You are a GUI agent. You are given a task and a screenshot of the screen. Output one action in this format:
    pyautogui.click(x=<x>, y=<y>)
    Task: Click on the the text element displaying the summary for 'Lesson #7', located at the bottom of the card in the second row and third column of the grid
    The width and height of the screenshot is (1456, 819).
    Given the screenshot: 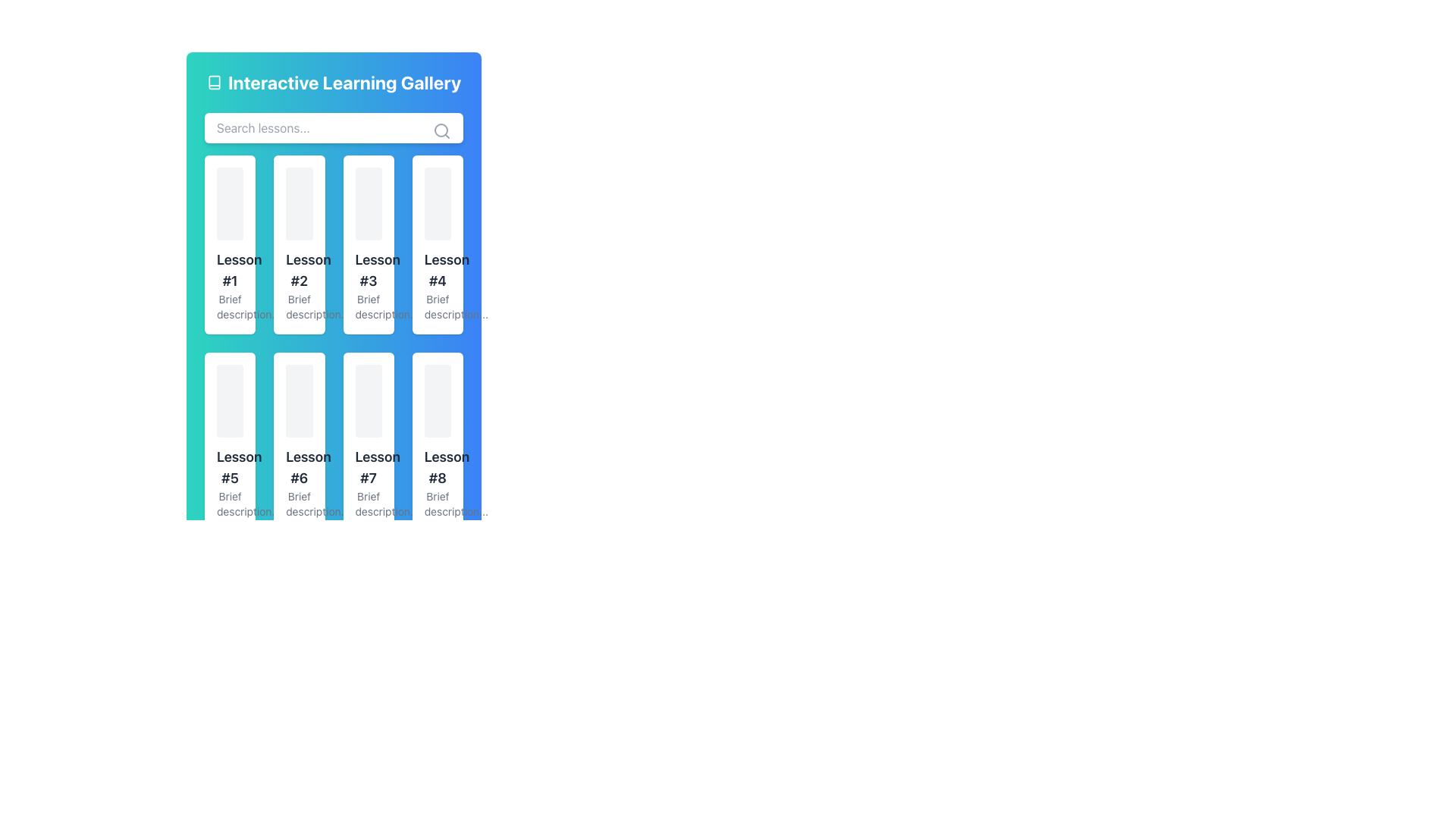 What is the action you would take?
    pyautogui.click(x=369, y=504)
    